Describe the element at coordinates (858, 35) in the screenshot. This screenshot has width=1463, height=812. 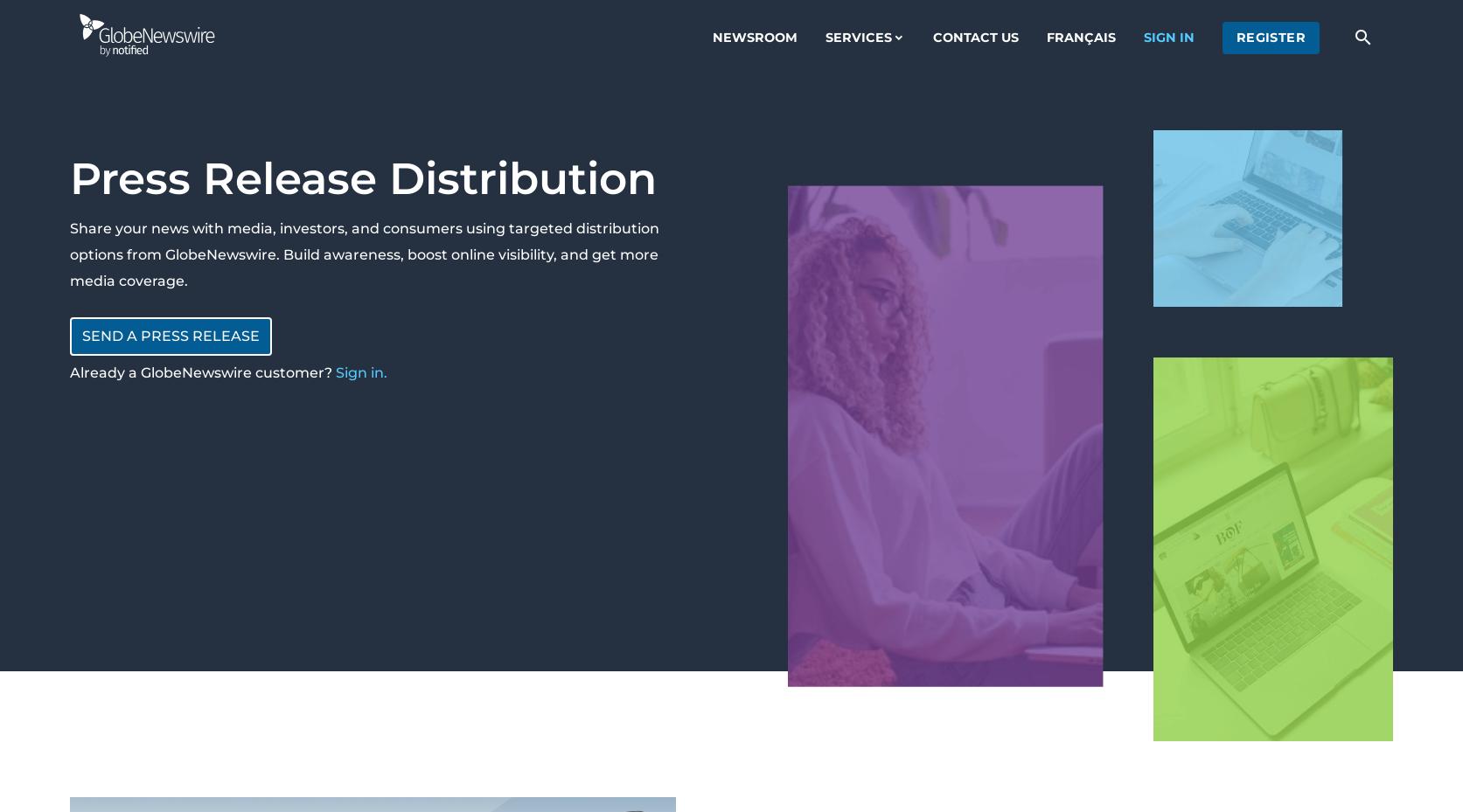
I see `'services'` at that location.